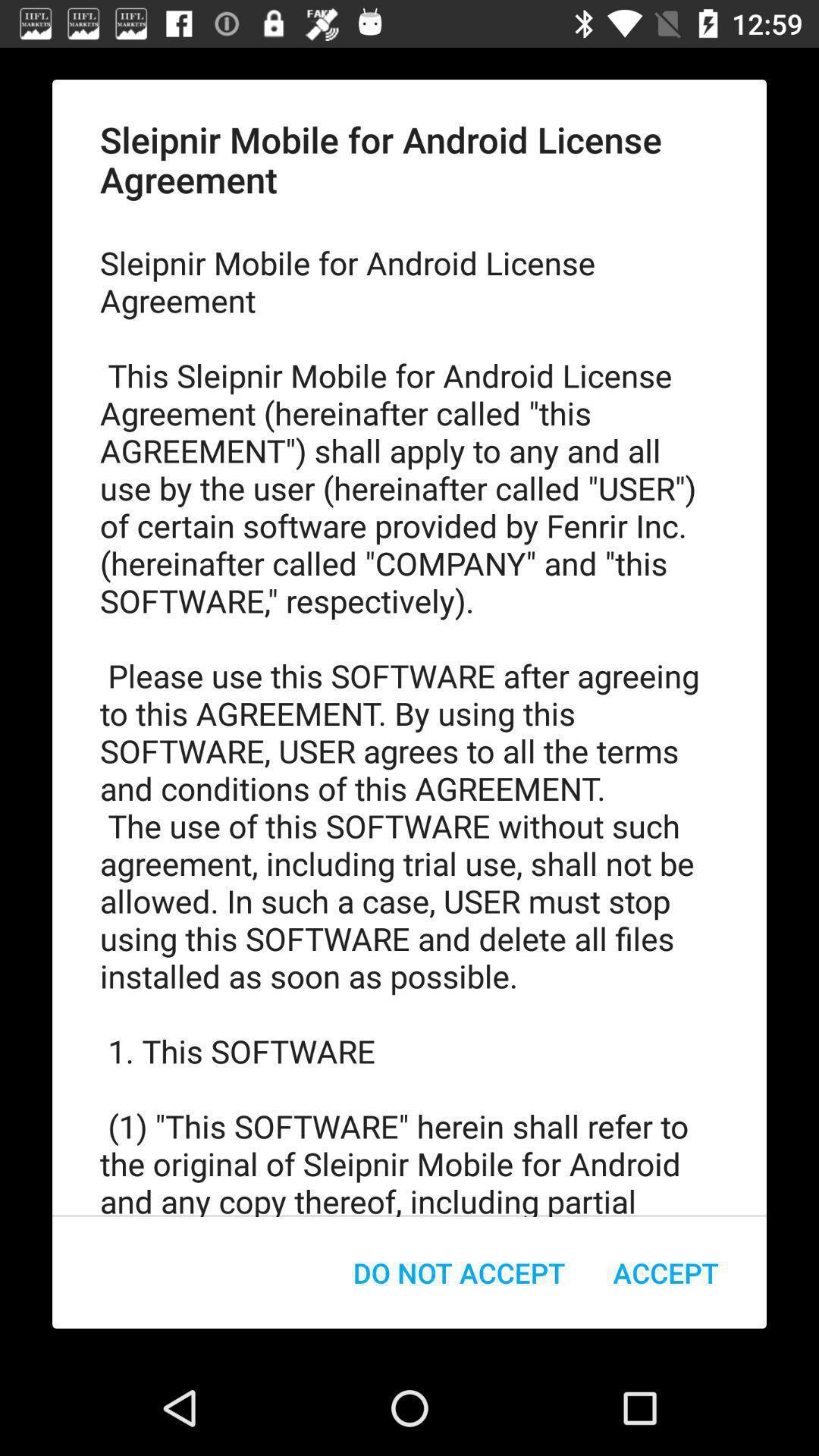 The image size is (819, 1456). What do you see at coordinates (458, 1272) in the screenshot?
I see `do not accept icon` at bounding box center [458, 1272].